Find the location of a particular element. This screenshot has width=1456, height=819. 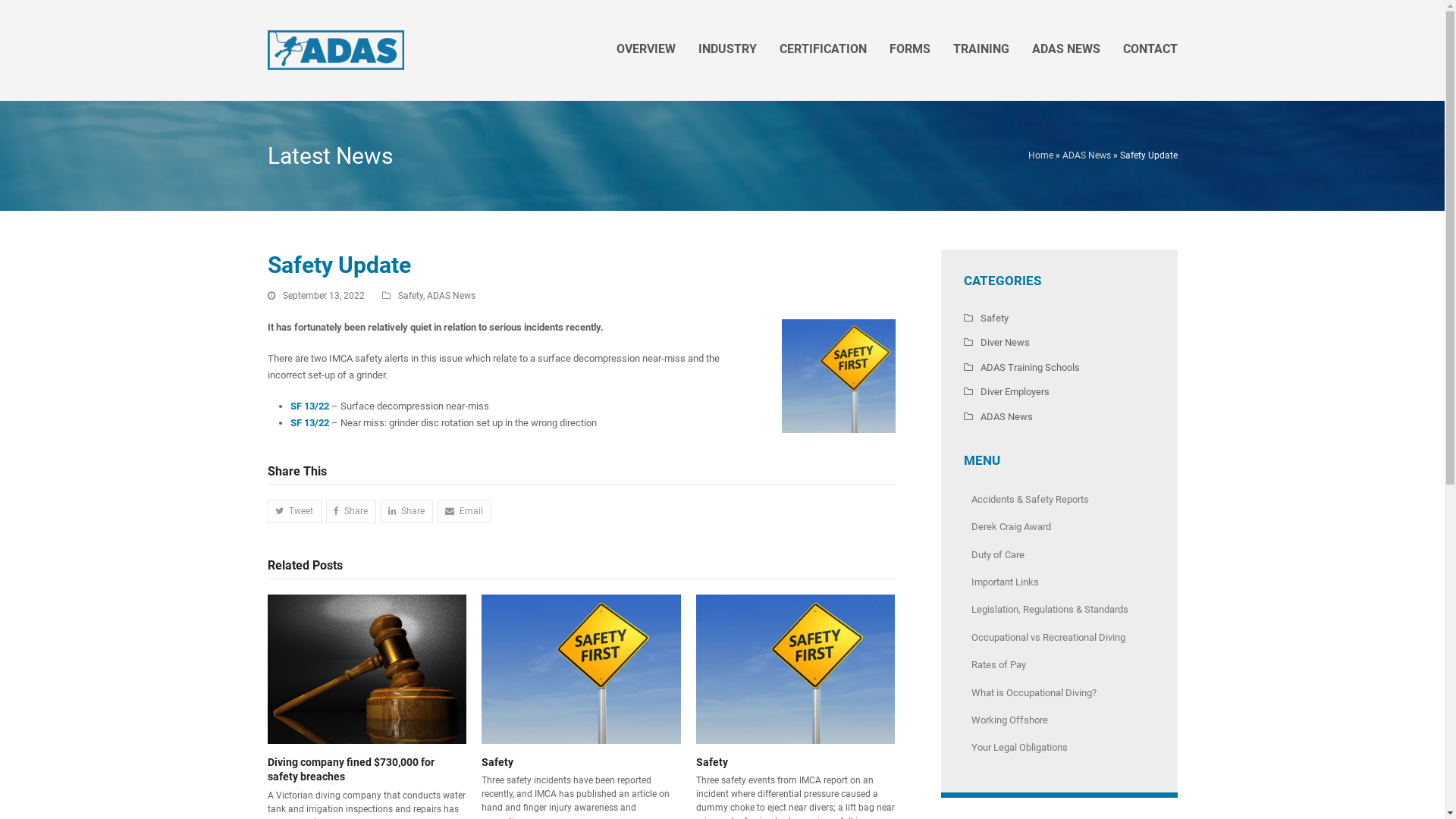

'ADAS News' is located at coordinates (1084, 155).